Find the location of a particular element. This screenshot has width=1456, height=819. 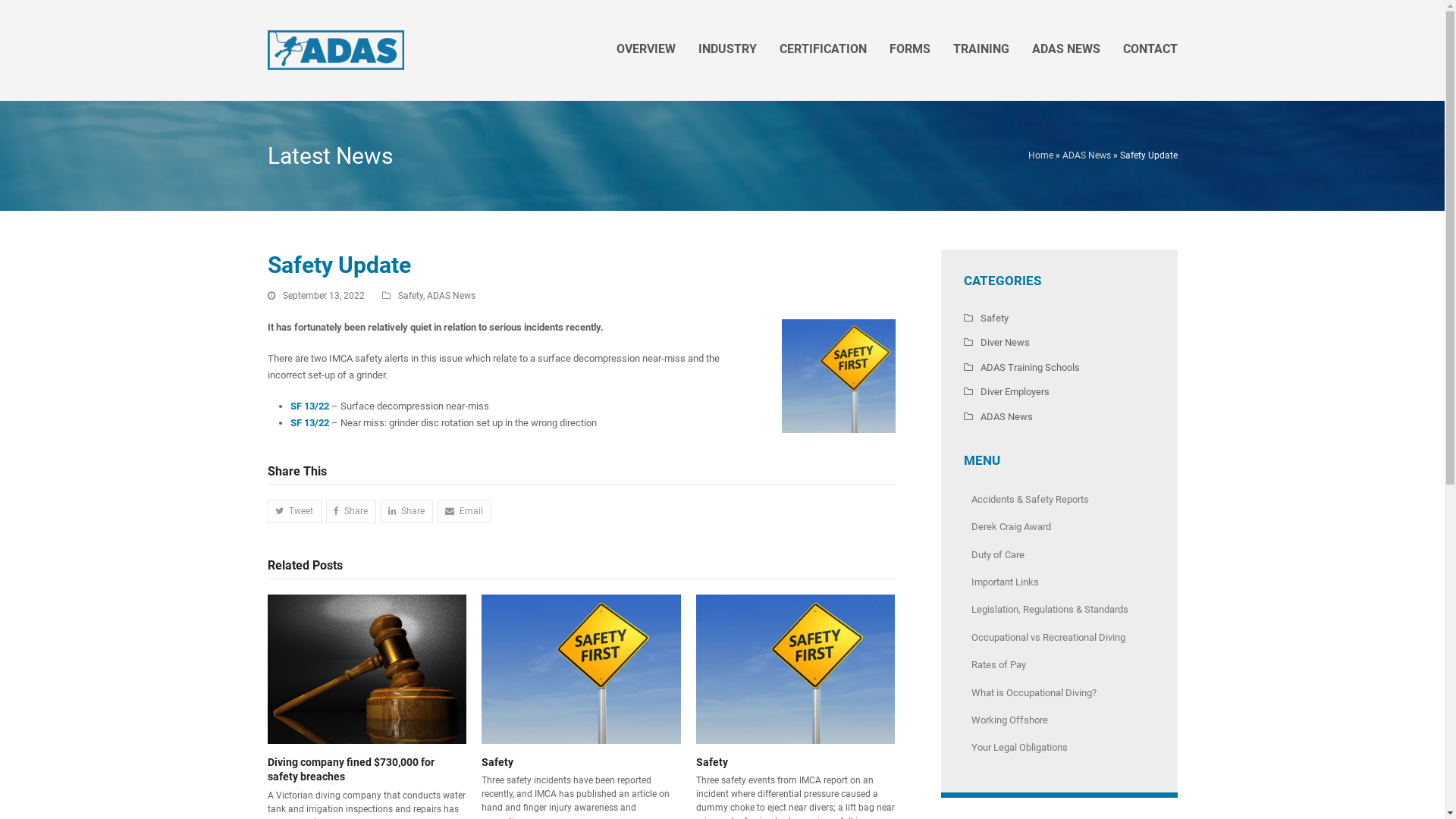

'ADAS News' is located at coordinates (1084, 155).